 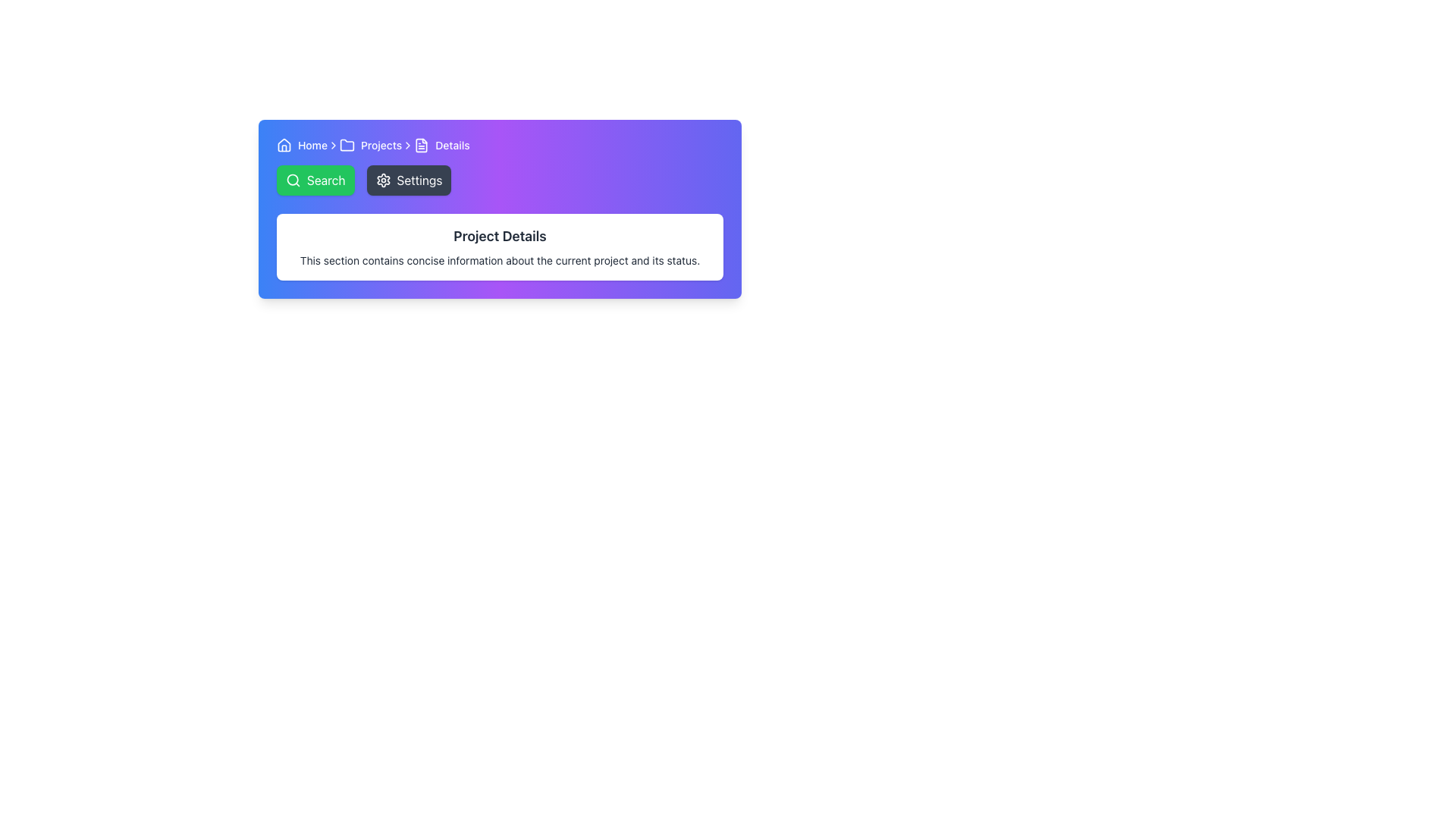 I want to click on the Chevron icon located in the breadcrumb navigation bar to interact with it, so click(x=408, y=146).